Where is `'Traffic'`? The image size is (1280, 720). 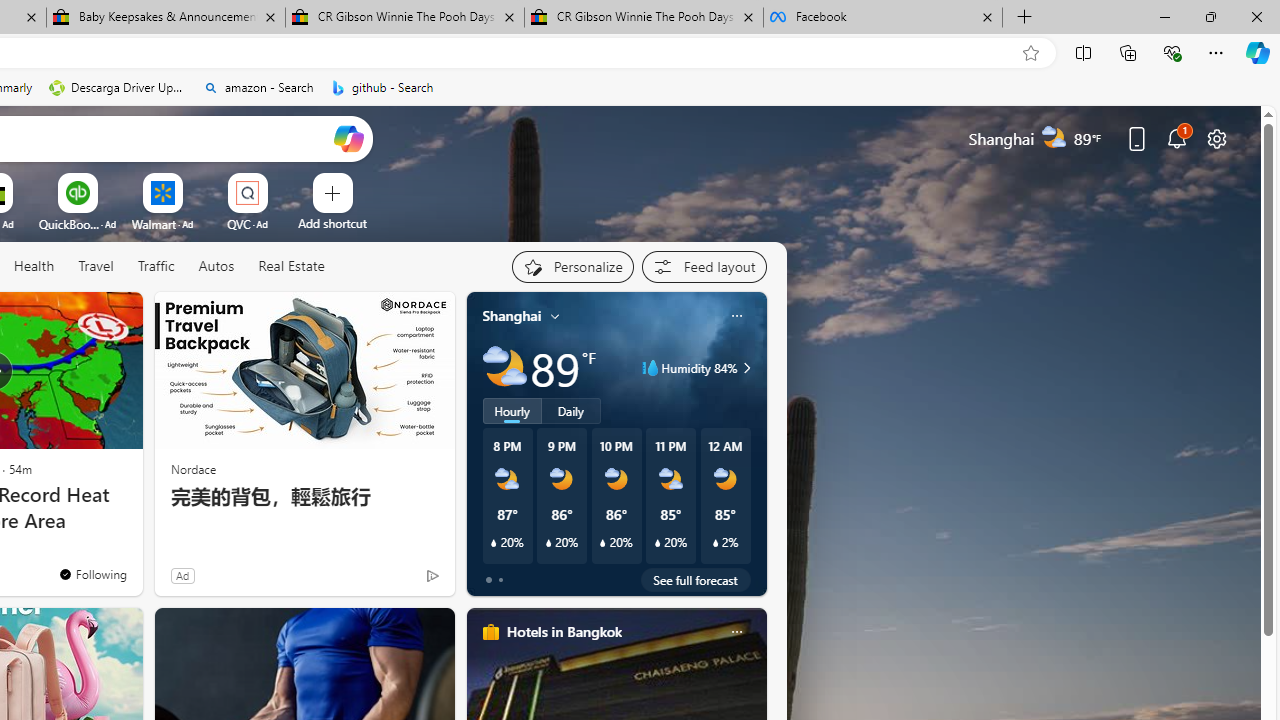 'Traffic' is located at coordinates (155, 266).